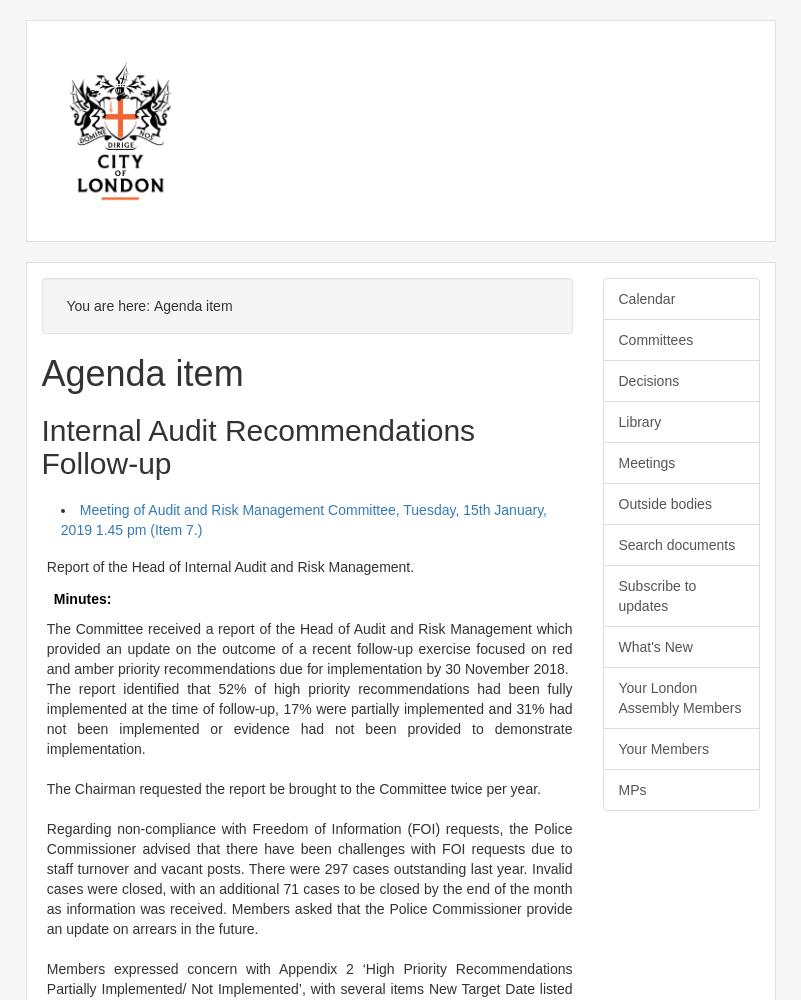 This screenshot has width=801, height=1000. What do you see at coordinates (676, 545) in the screenshot?
I see `'Search documents'` at bounding box center [676, 545].